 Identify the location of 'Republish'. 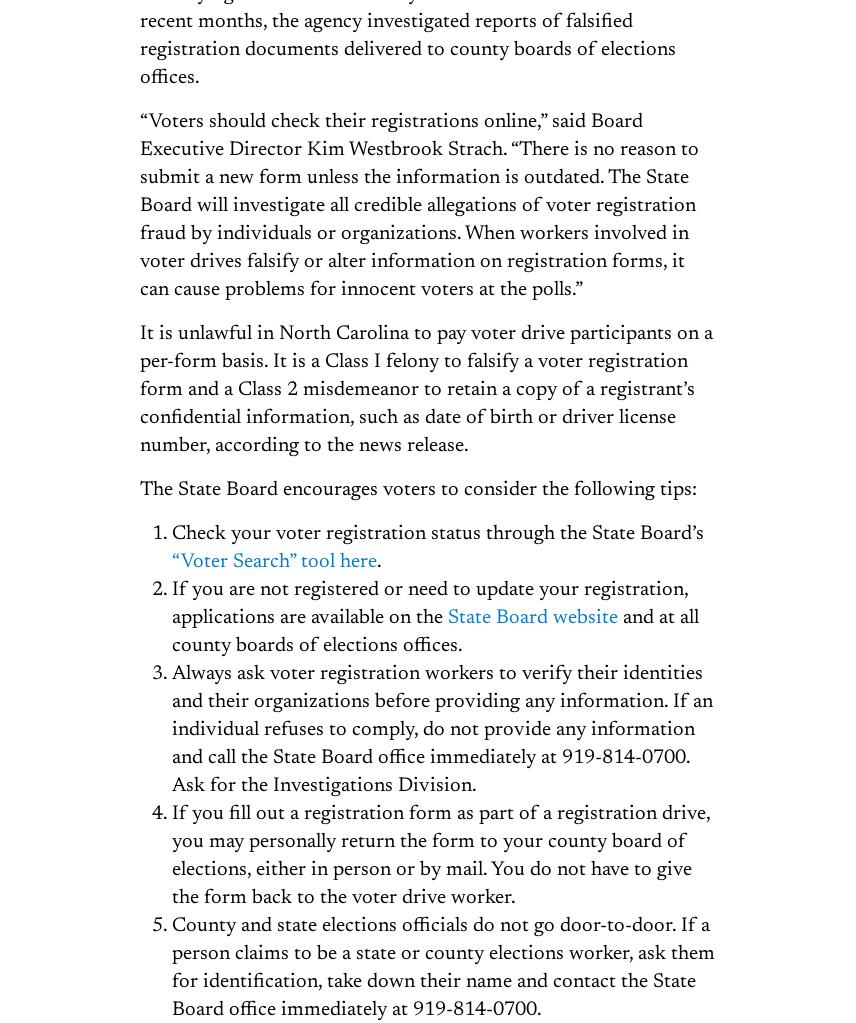
(252, 90).